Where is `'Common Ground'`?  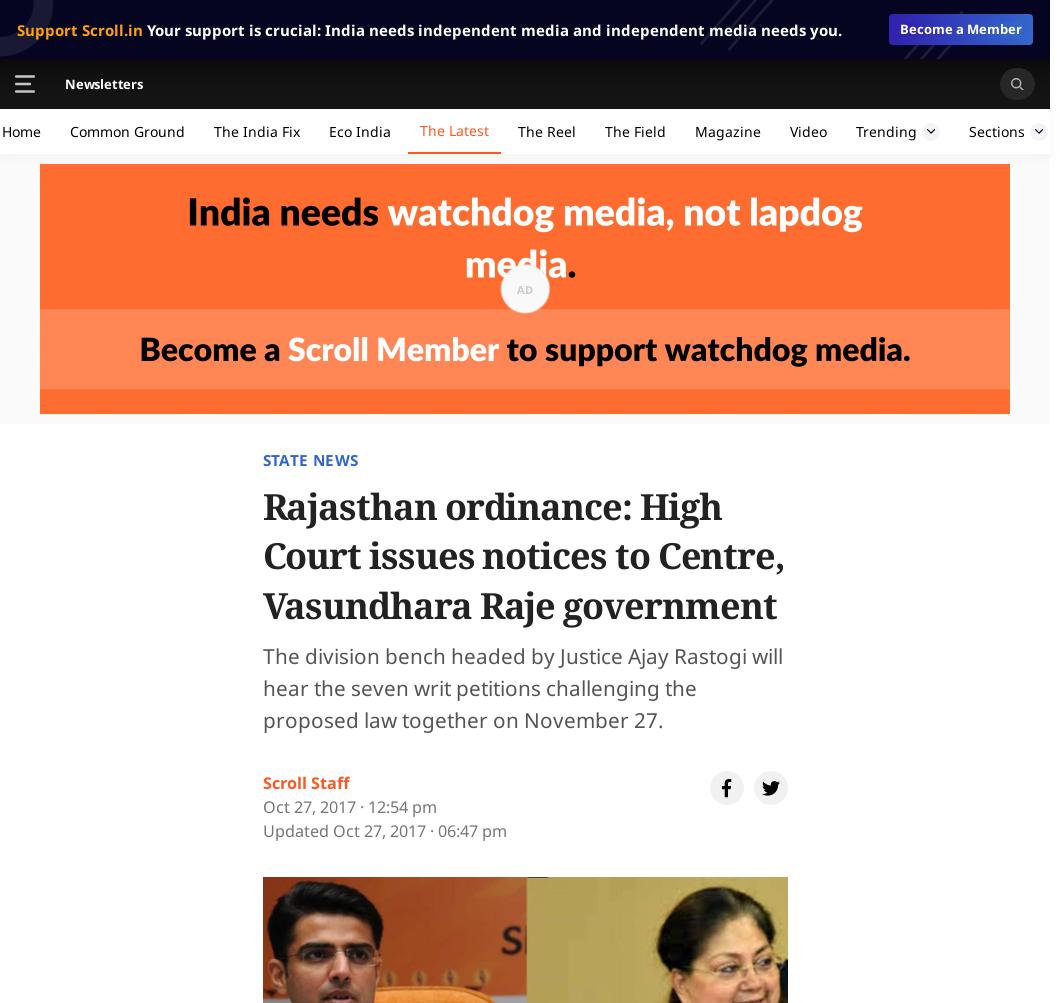
'Common Ground' is located at coordinates (69, 130).